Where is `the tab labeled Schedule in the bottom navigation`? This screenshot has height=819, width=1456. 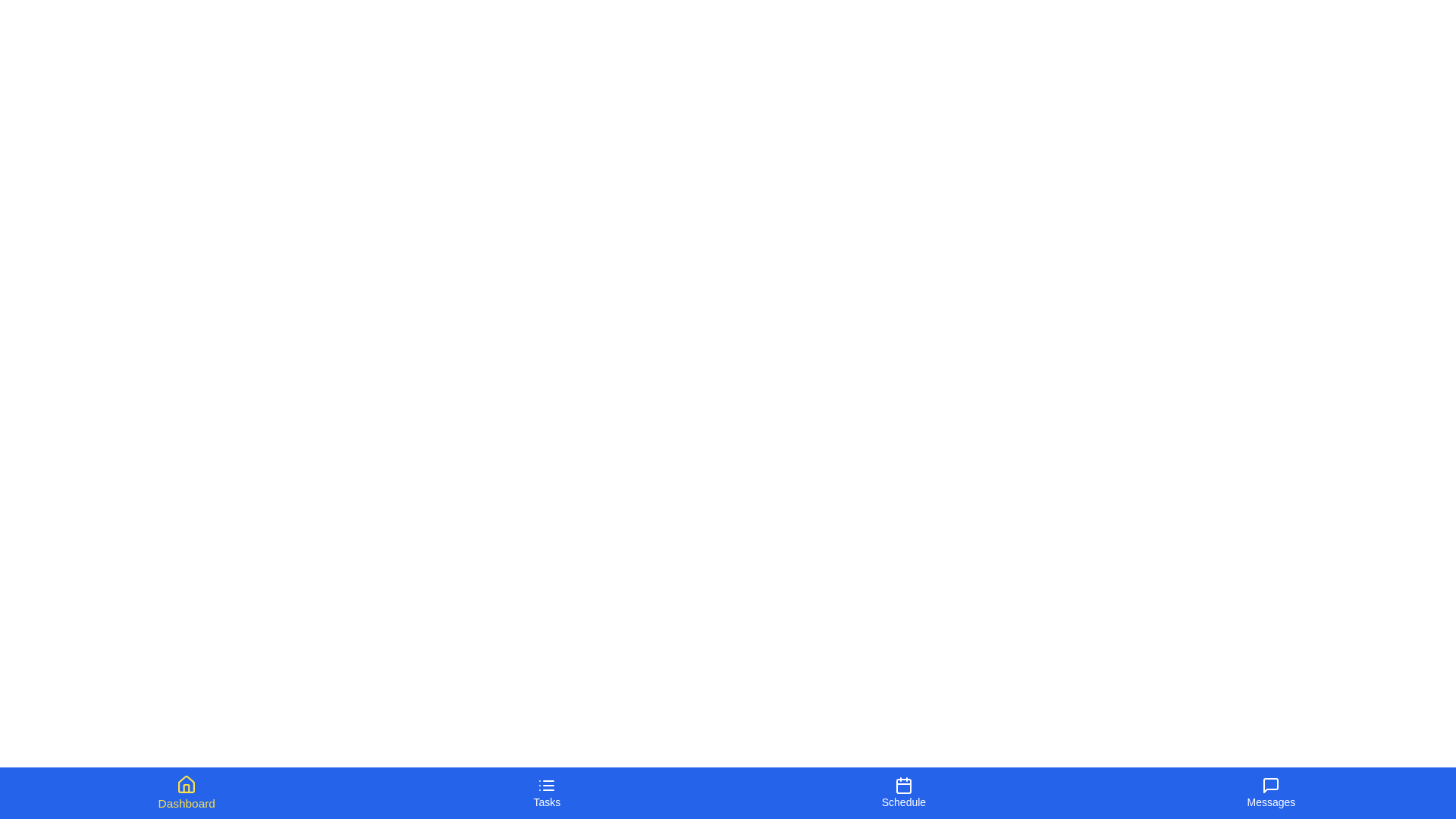
the tab labeled Schedule in the bottom navigation is located at coordinates (902, 792).